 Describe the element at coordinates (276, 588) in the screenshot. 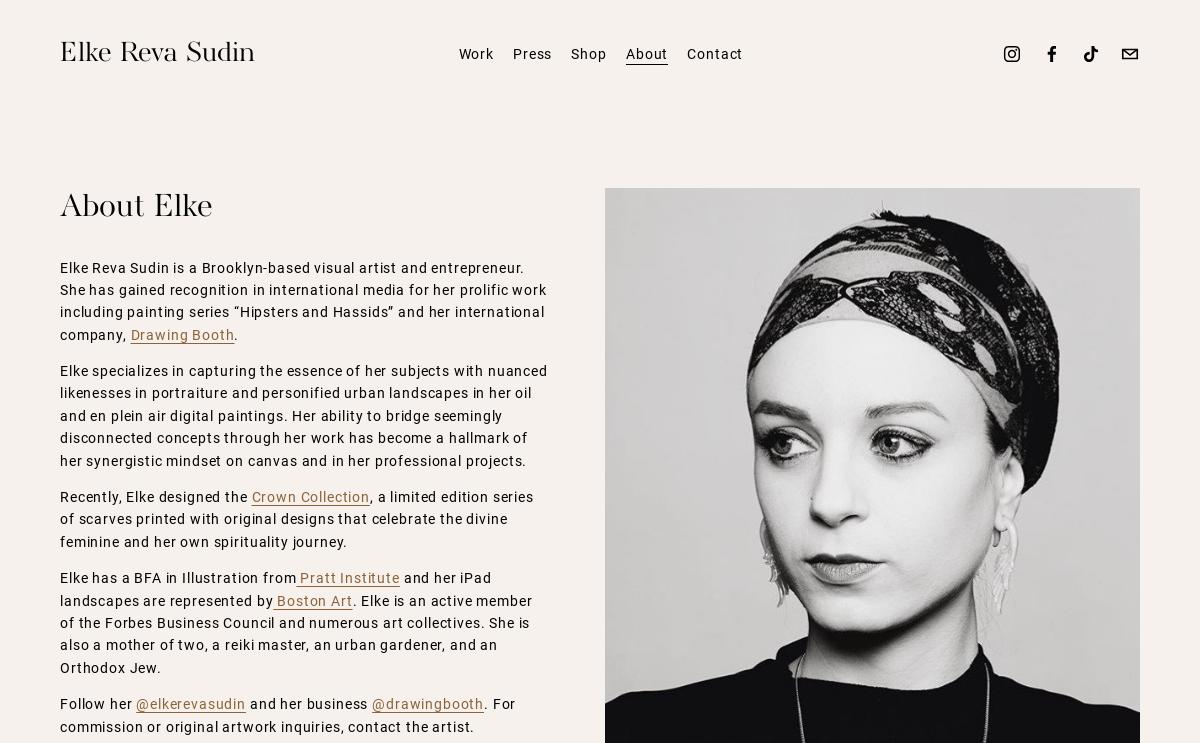

I see `'and her iPad landscapes are represented by'` at that location.